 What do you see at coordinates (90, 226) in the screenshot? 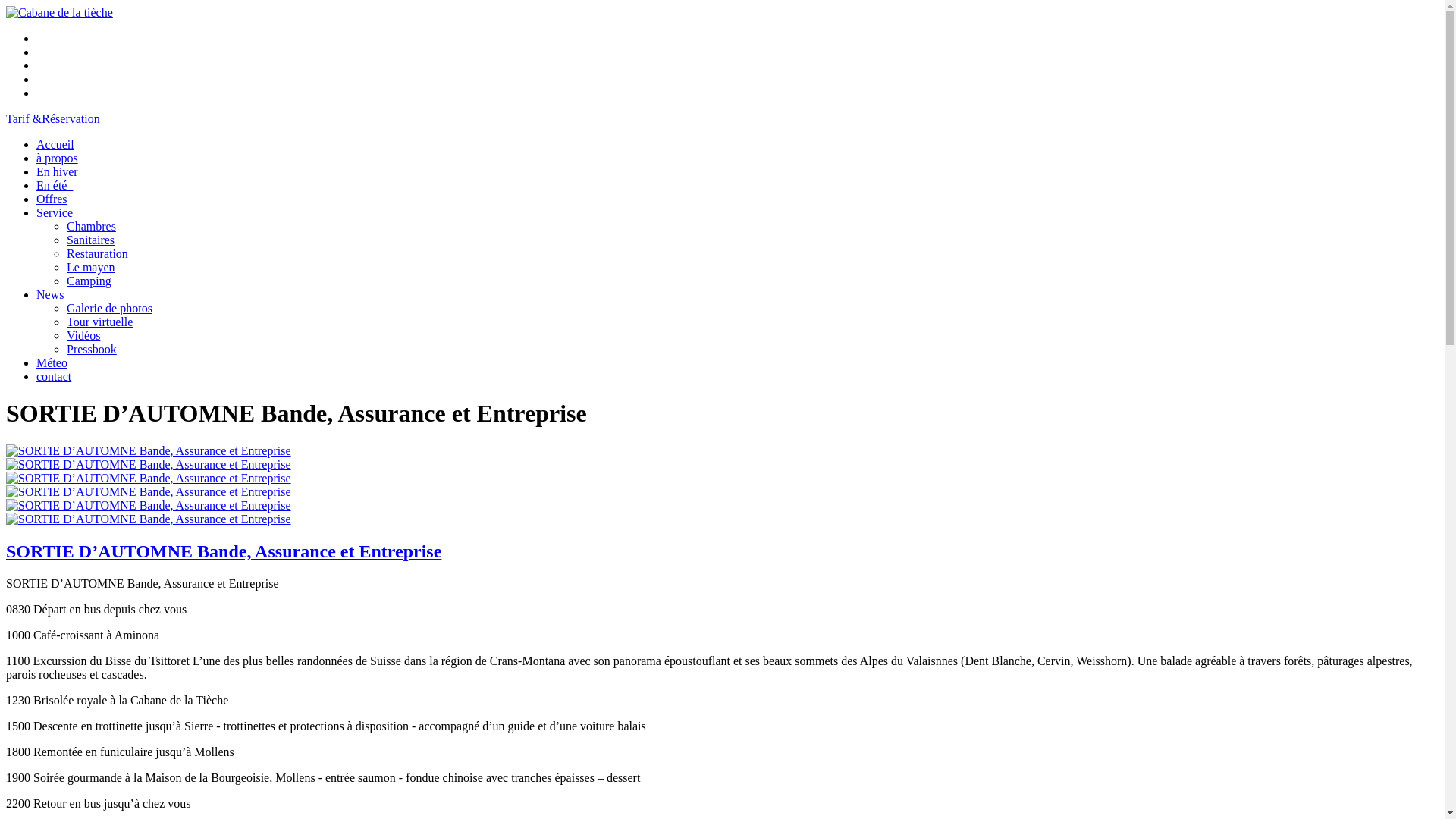
I see `'Chambres'` at bounding box center [90, 226].